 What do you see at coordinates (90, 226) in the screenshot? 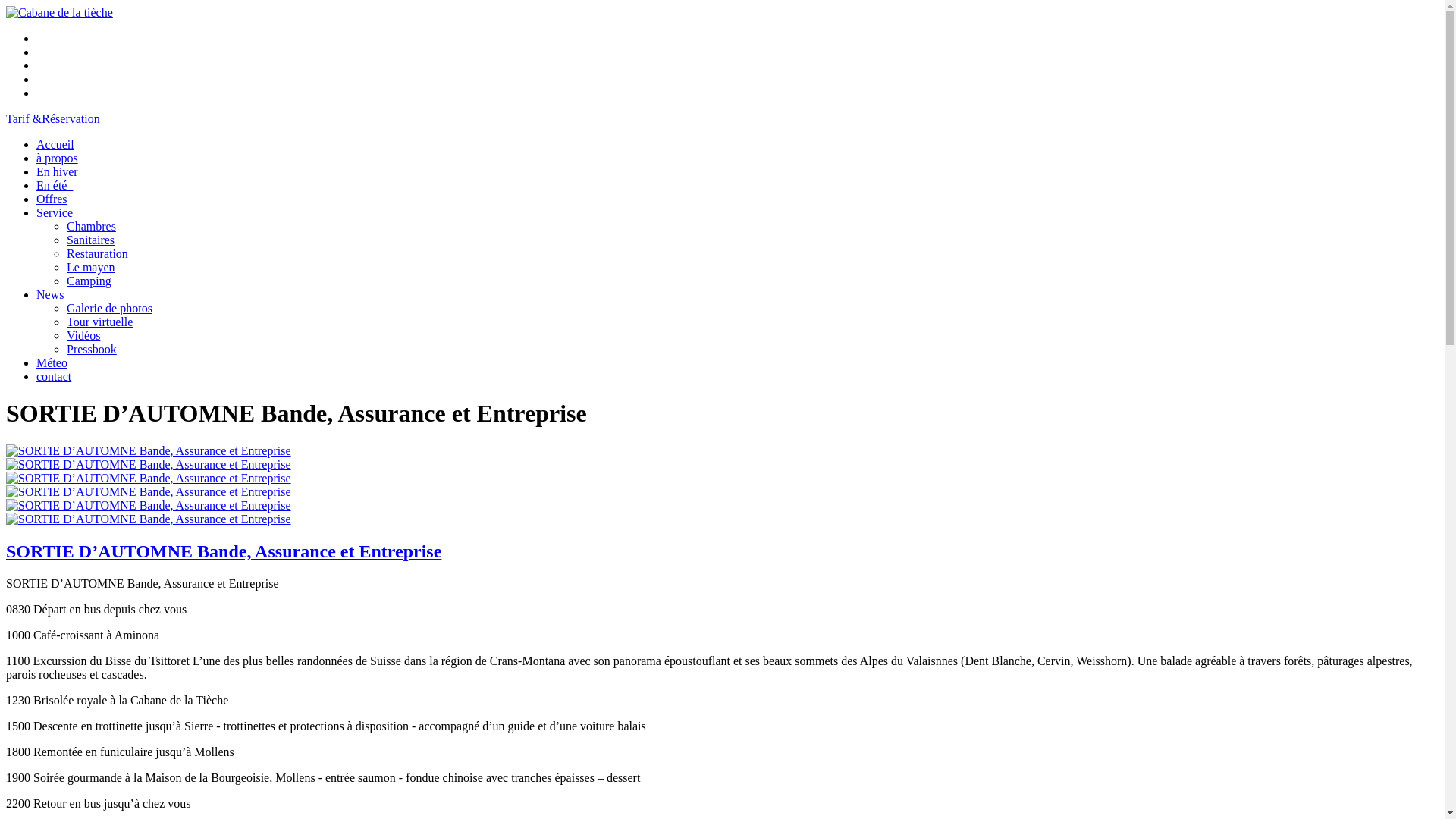
I see `'Chambres'` at bounding box center [90, 226].